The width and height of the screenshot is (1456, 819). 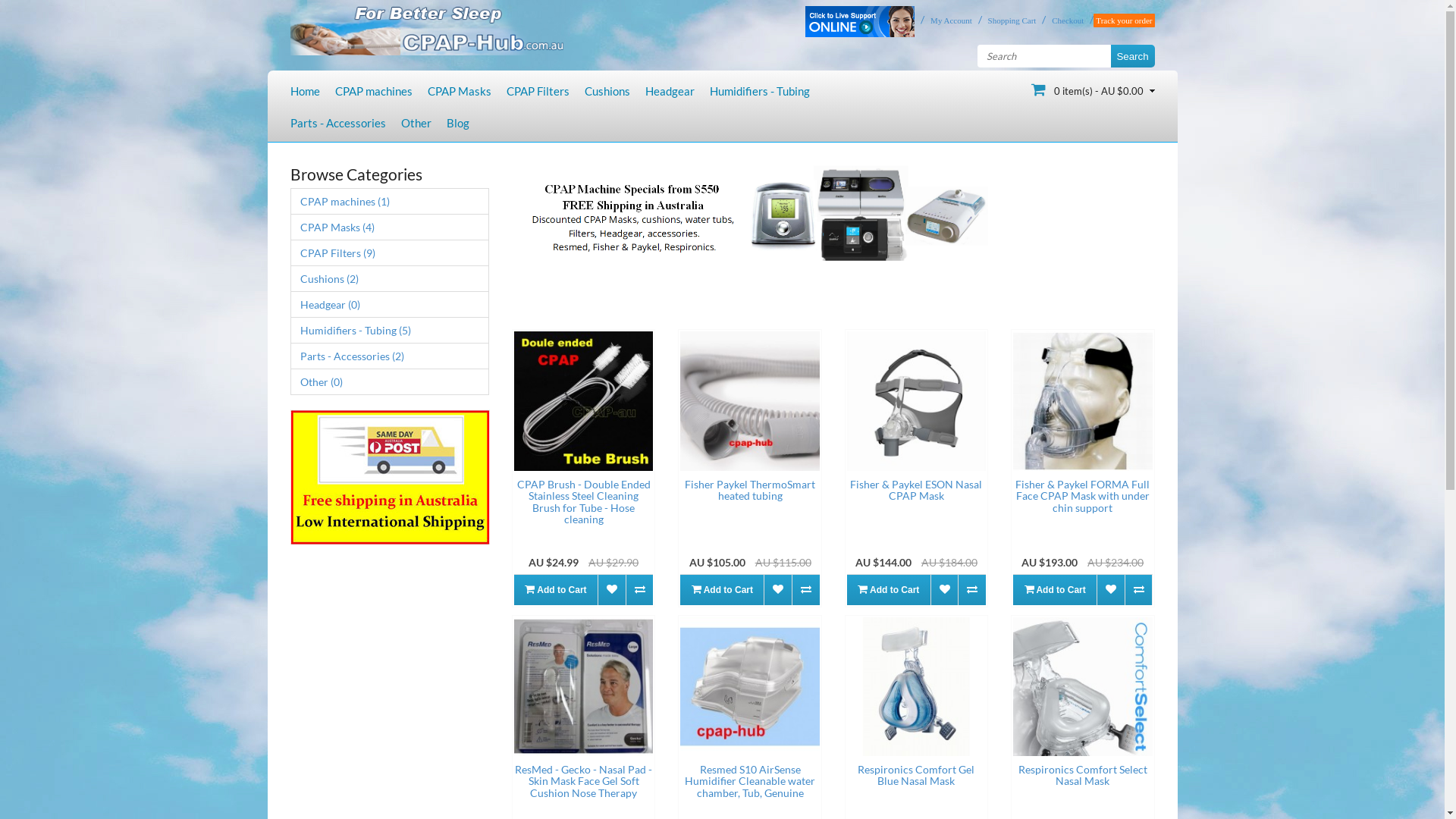 What do you see at coordinates (1009, 20) in the screenshot?
I see `'Shopping Cart'` at bounding box center [1009, 20].